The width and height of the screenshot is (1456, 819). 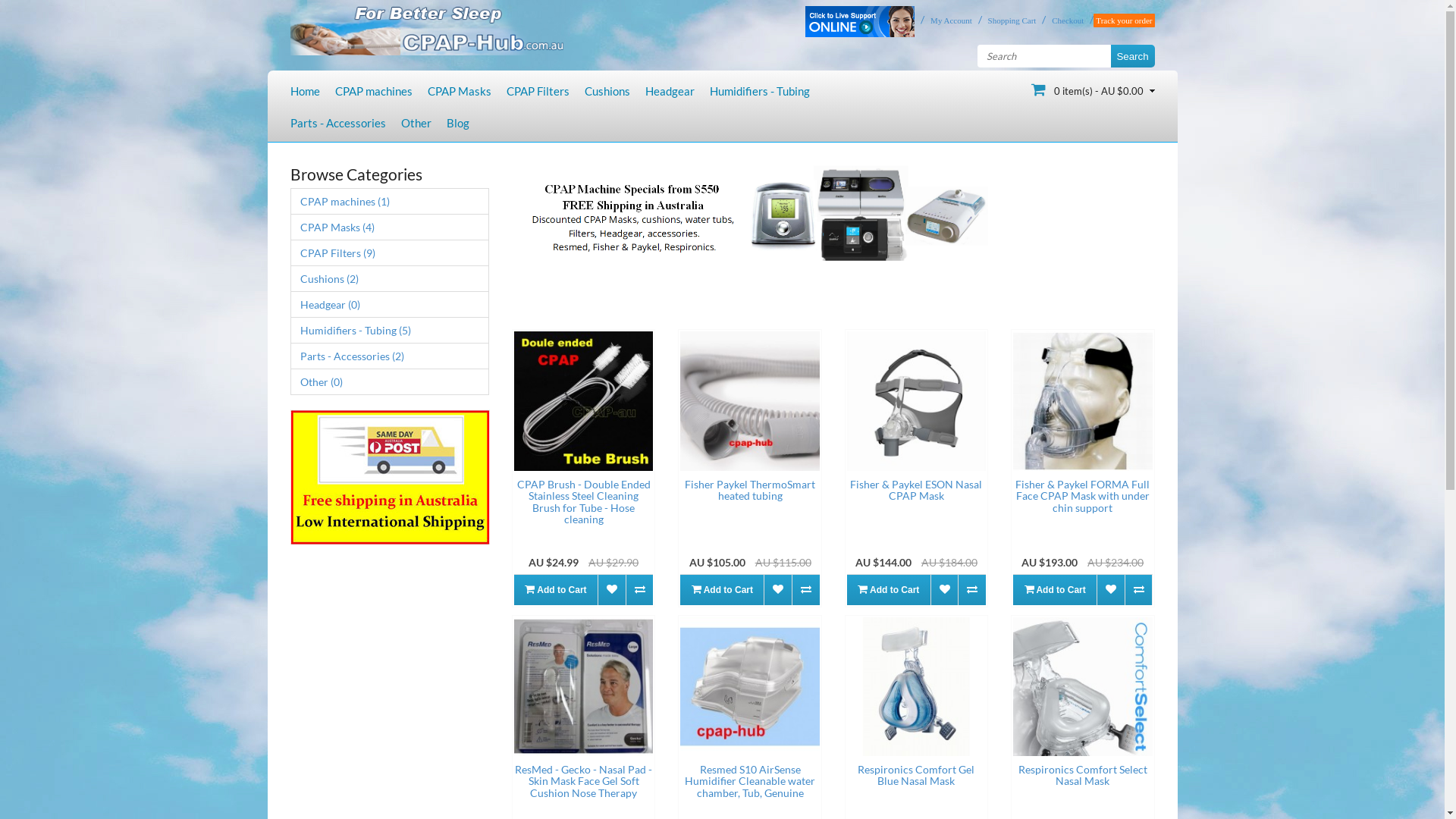 What do you see at coordinates (1009, 20) in the screenshot?
I see `'Shopping Cart'` at bounding box center [1009, 20].